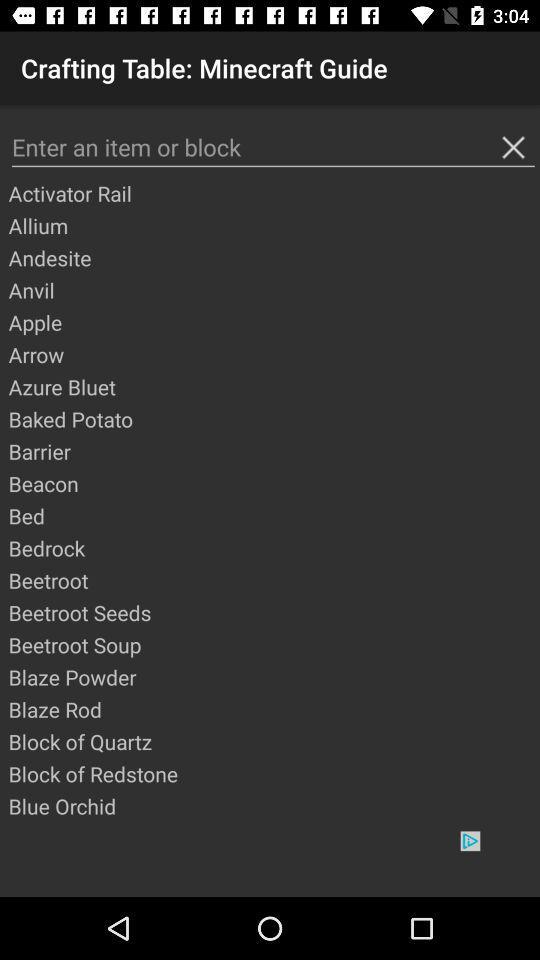 Image resolution: width=540 pixels, height=960 pixels. I want to click on bedrock item, so click(272, 548).